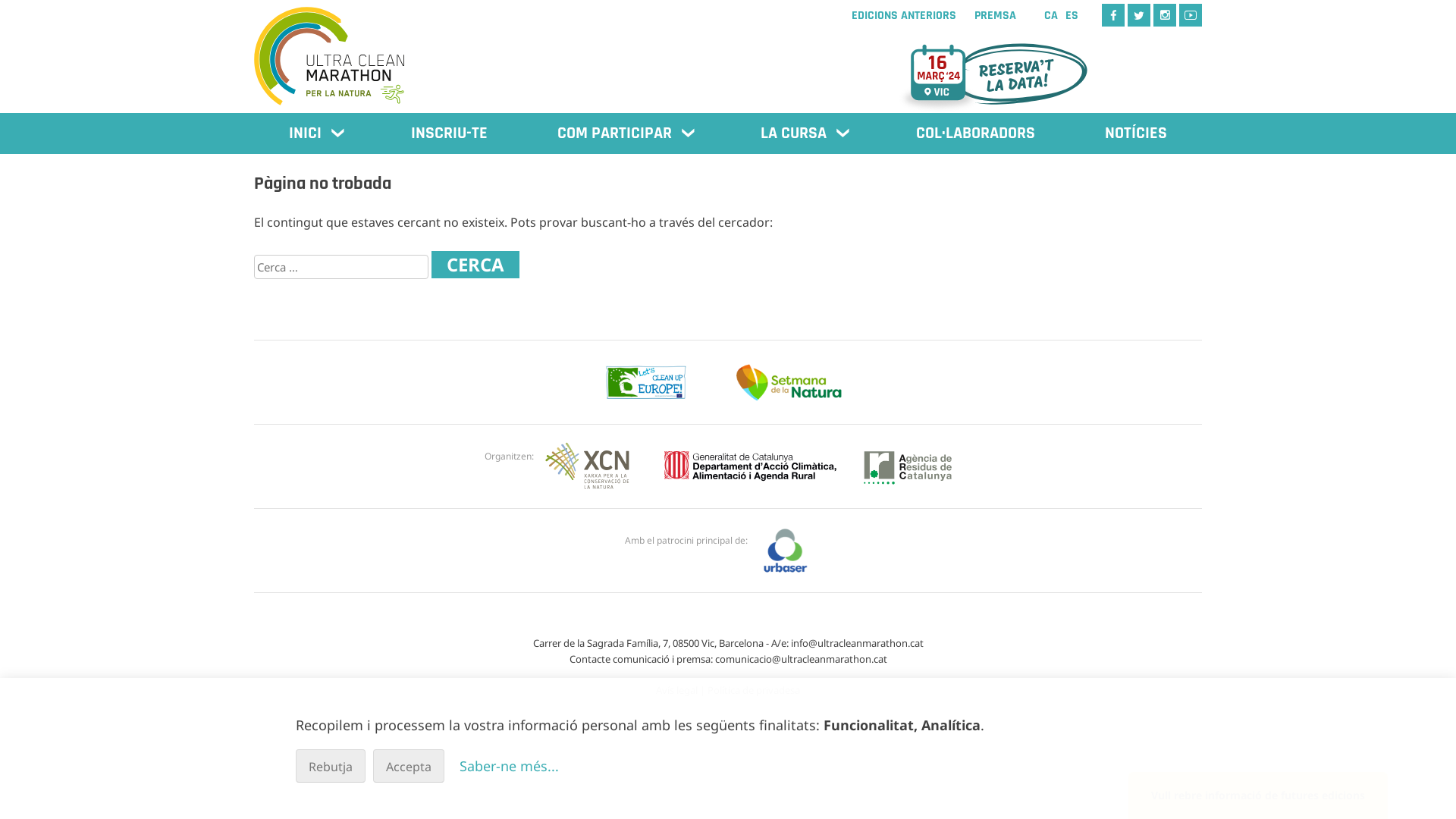 Image resolution: width=1456 pixels, height=819 pixels. I want to click on 'Twitter', so click(1128, 14).